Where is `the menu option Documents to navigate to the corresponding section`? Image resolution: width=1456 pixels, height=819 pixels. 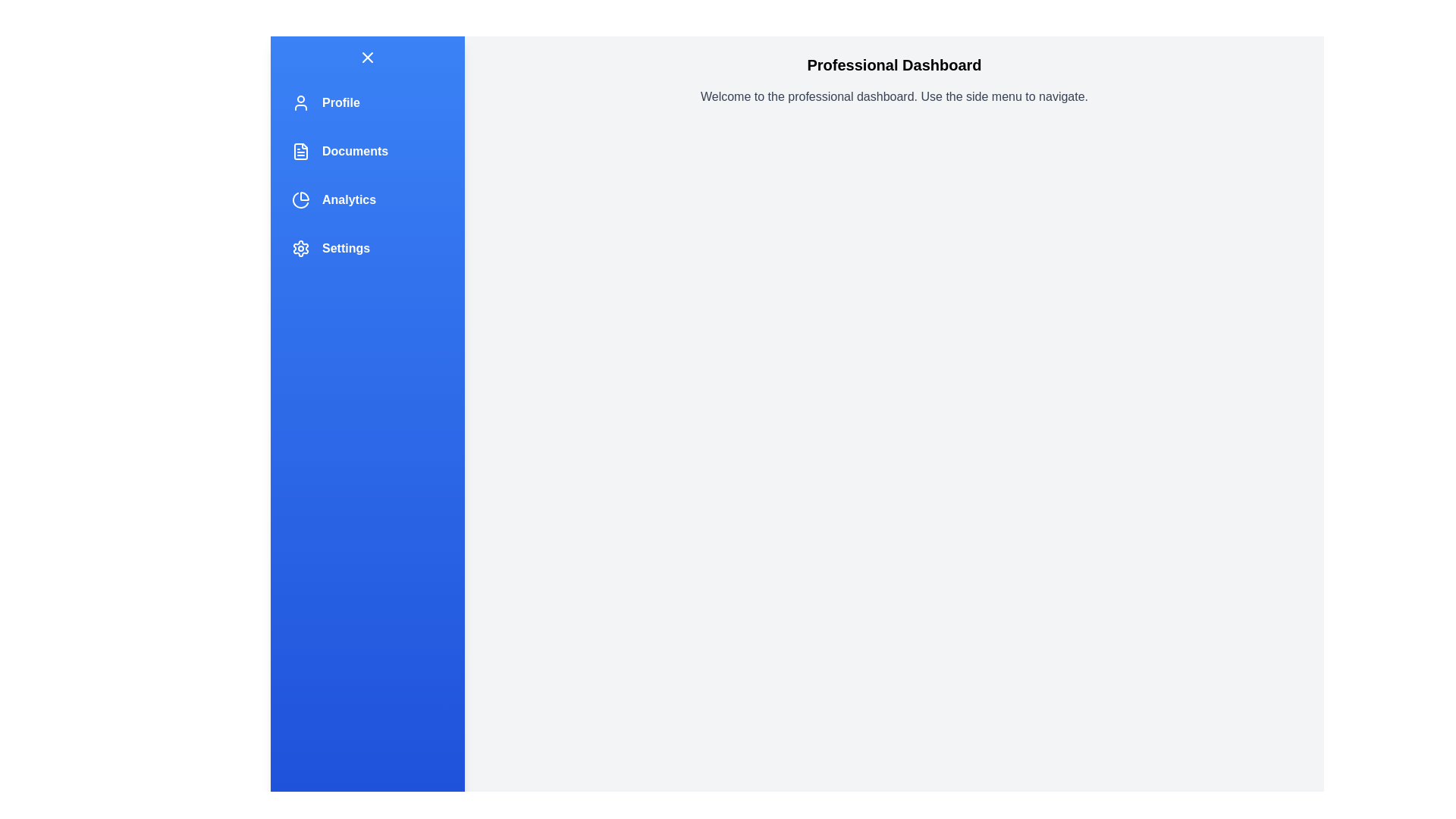 the menu option Documents to navigate to the corresponding section is located at coordinates (367, 152).